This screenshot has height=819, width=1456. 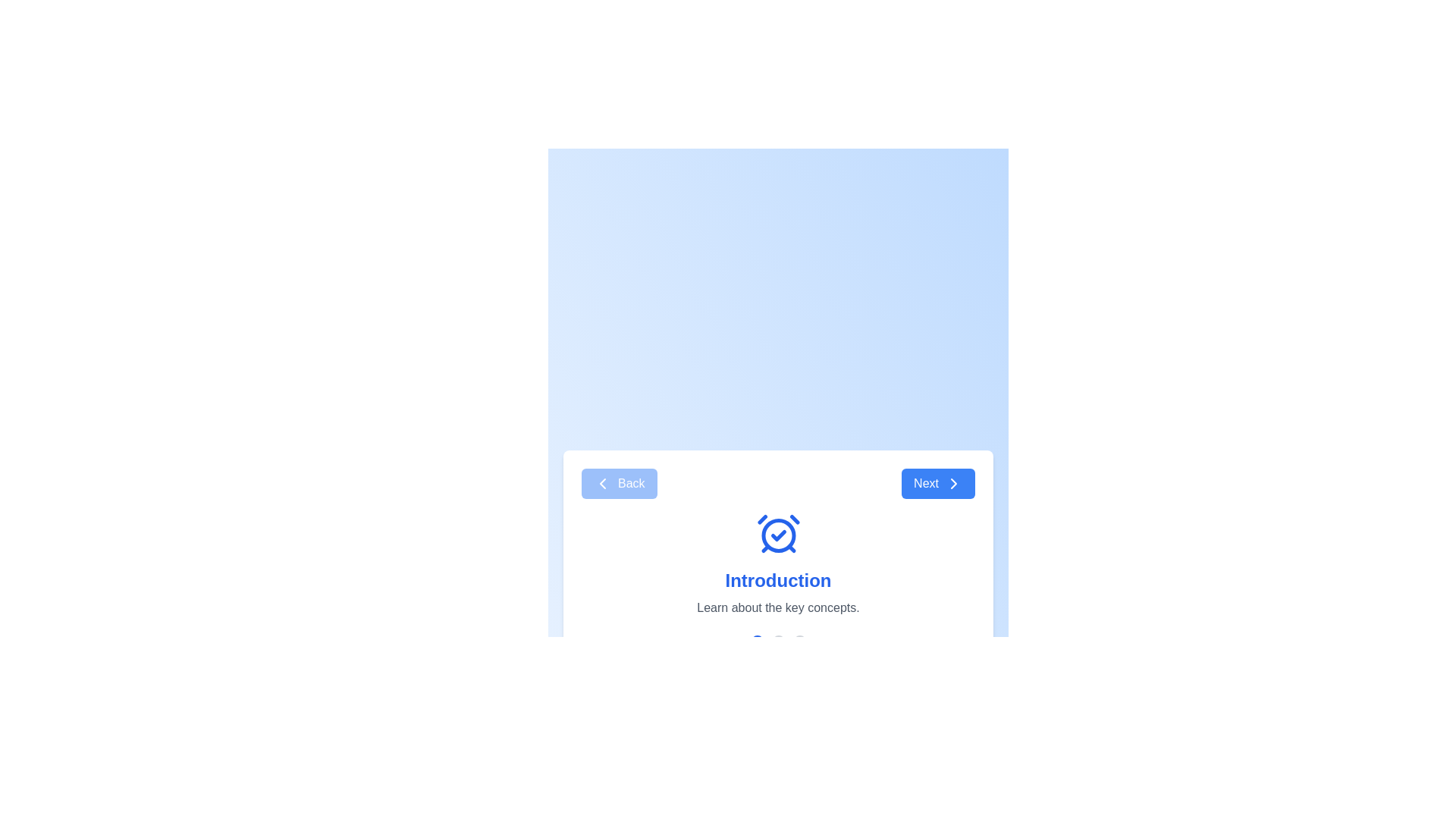 I want to click on the step indicator for step 1, so click(x=757, y=641).